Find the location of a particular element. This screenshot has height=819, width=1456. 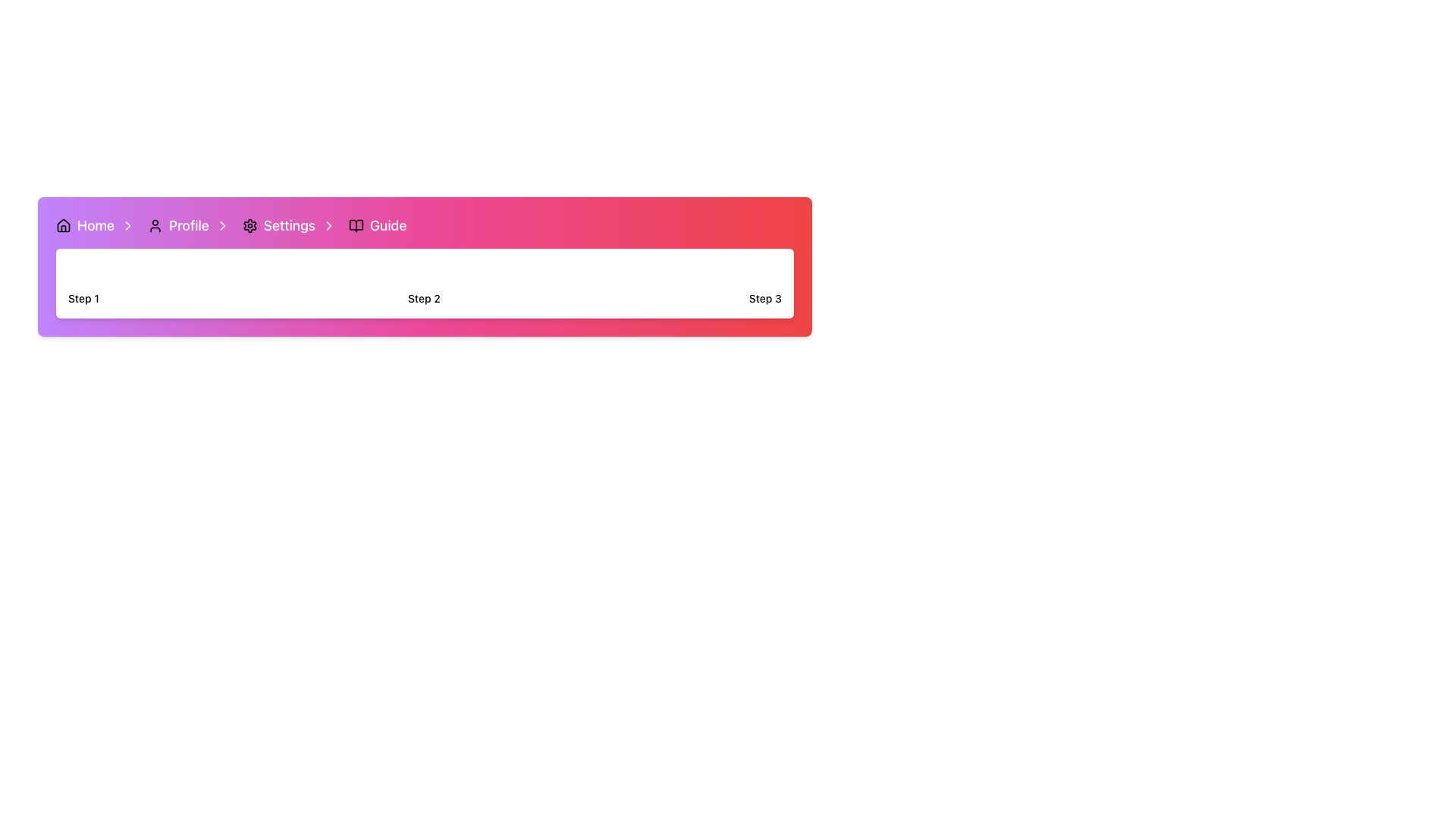

the breadcrumb trail for navigation context by focusing on the rightward arrow icon (Chevron Icon) that is part of the 'Settings >' section in the breadcrumb navigation bar is located at coordinates (221, 225).